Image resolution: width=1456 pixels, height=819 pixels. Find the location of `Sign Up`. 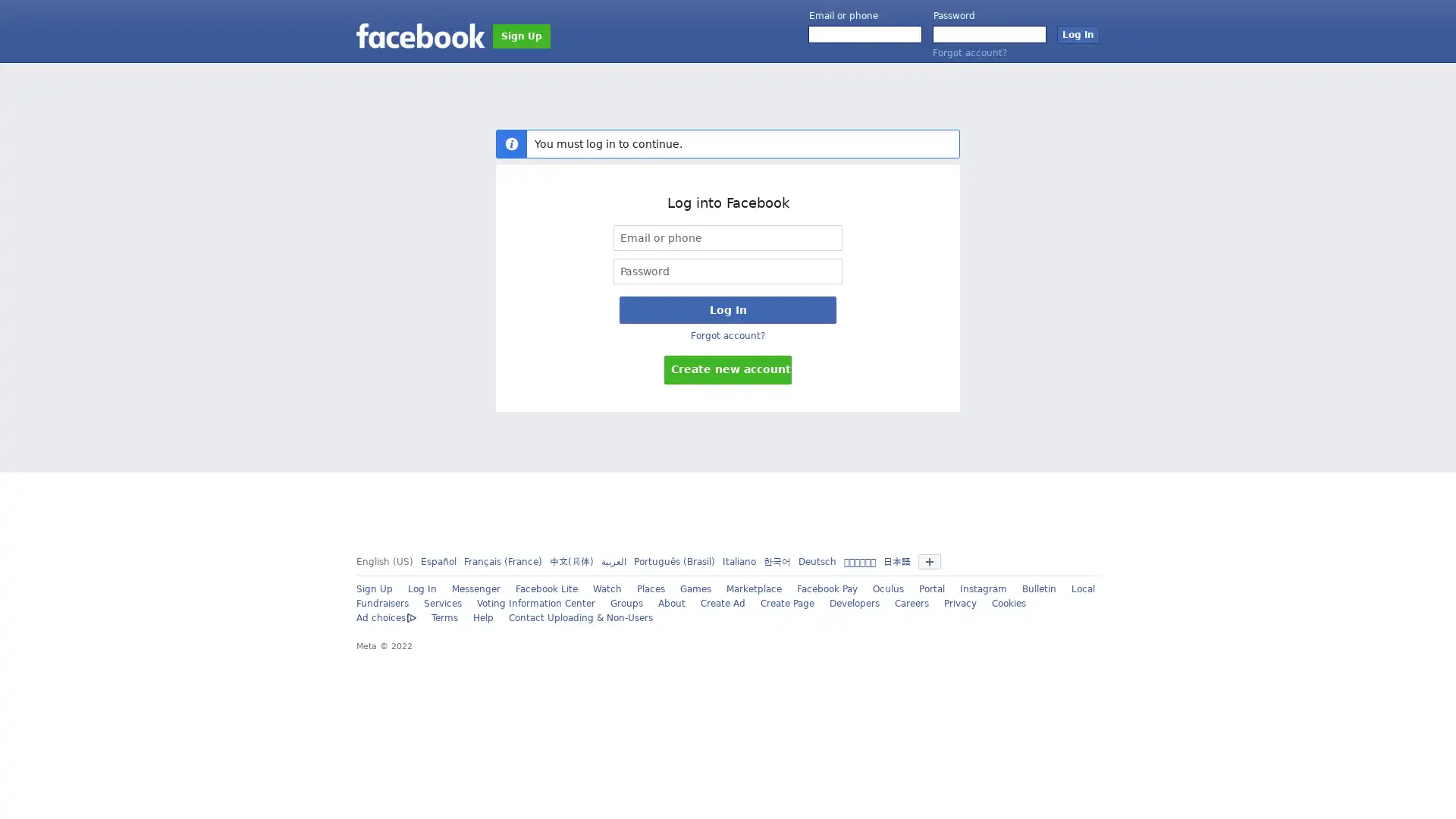

Sign Up is located at coordinates (521, 35).